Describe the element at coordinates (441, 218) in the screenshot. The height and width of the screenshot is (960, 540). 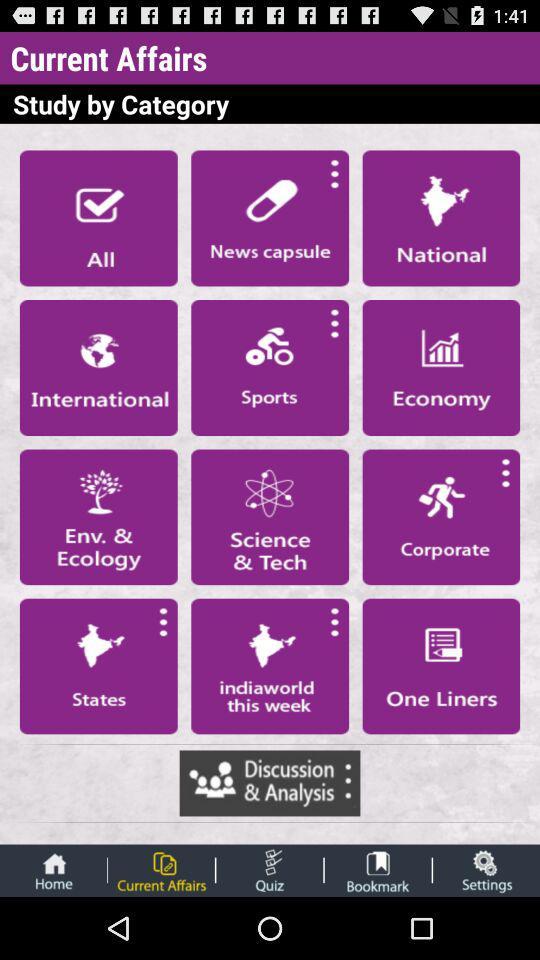
I see `the national category` at that location.